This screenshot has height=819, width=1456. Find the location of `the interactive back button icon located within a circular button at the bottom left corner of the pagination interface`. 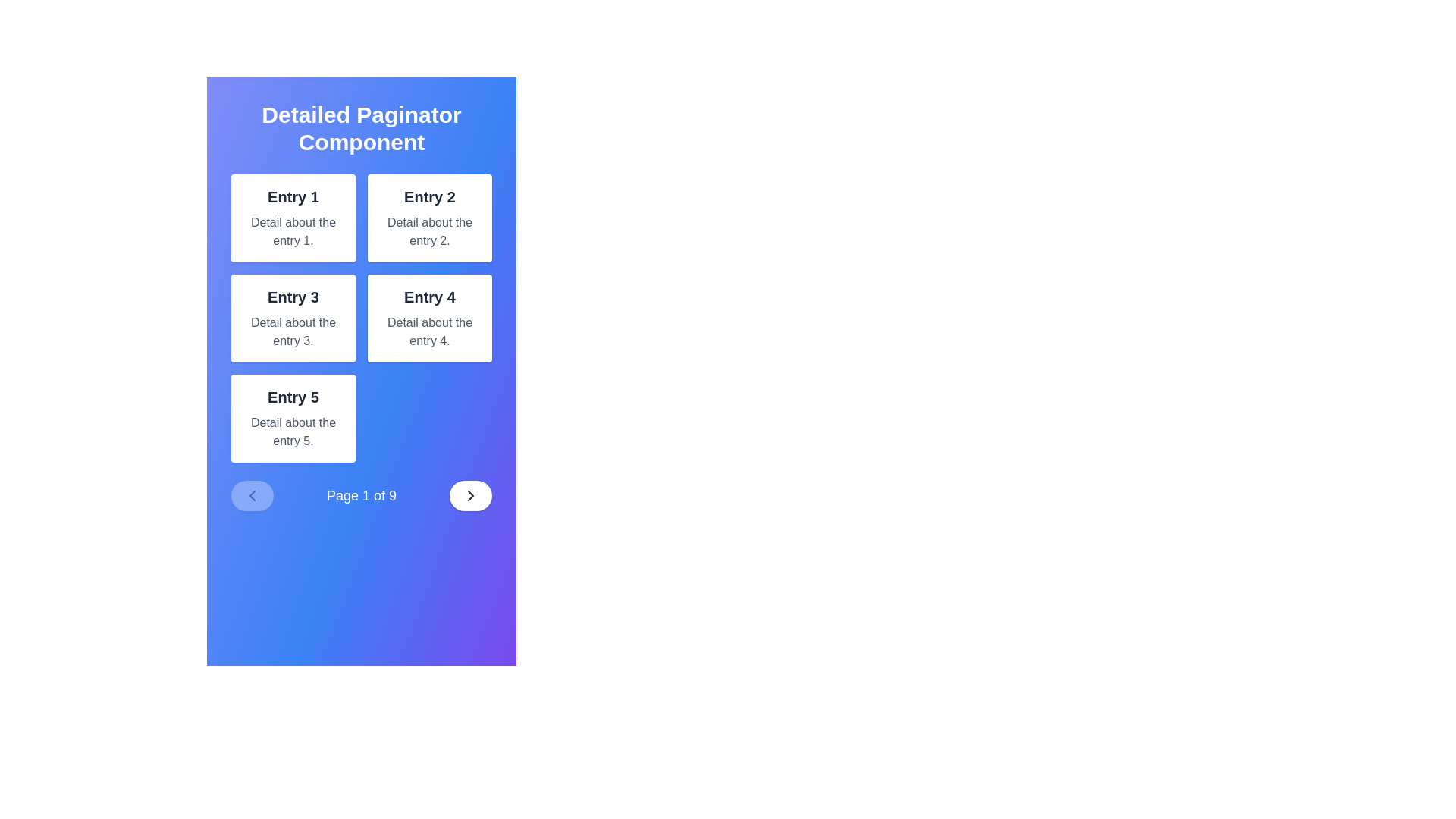

the interactive back button icon located within a circular button at the bottom left corner of the pagination interface is located at coordinates (252, 496).